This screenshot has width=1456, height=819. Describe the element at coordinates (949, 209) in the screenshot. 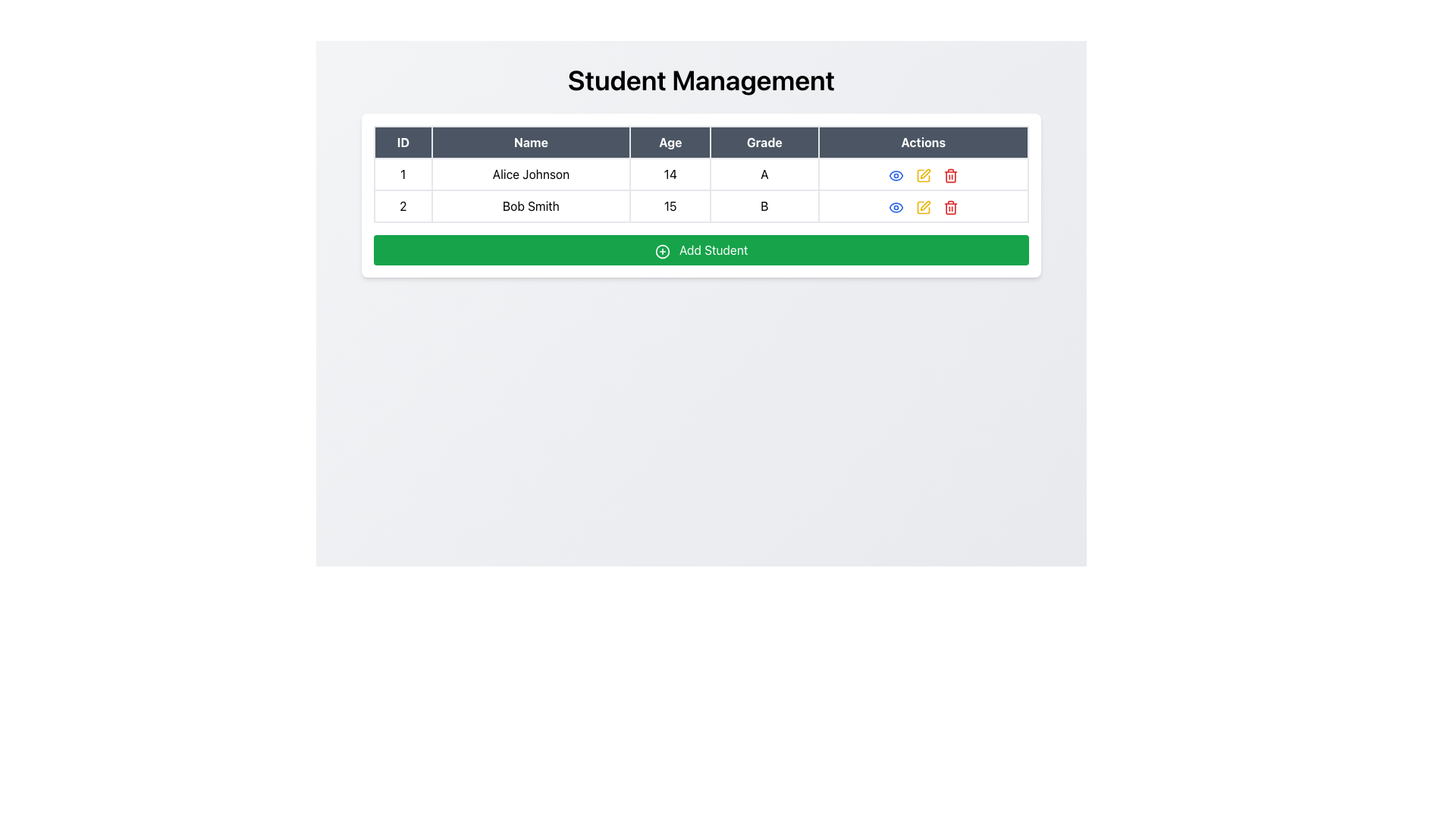

I see `the trash can icon button located in the second row under the 'Actions' column` at that location.